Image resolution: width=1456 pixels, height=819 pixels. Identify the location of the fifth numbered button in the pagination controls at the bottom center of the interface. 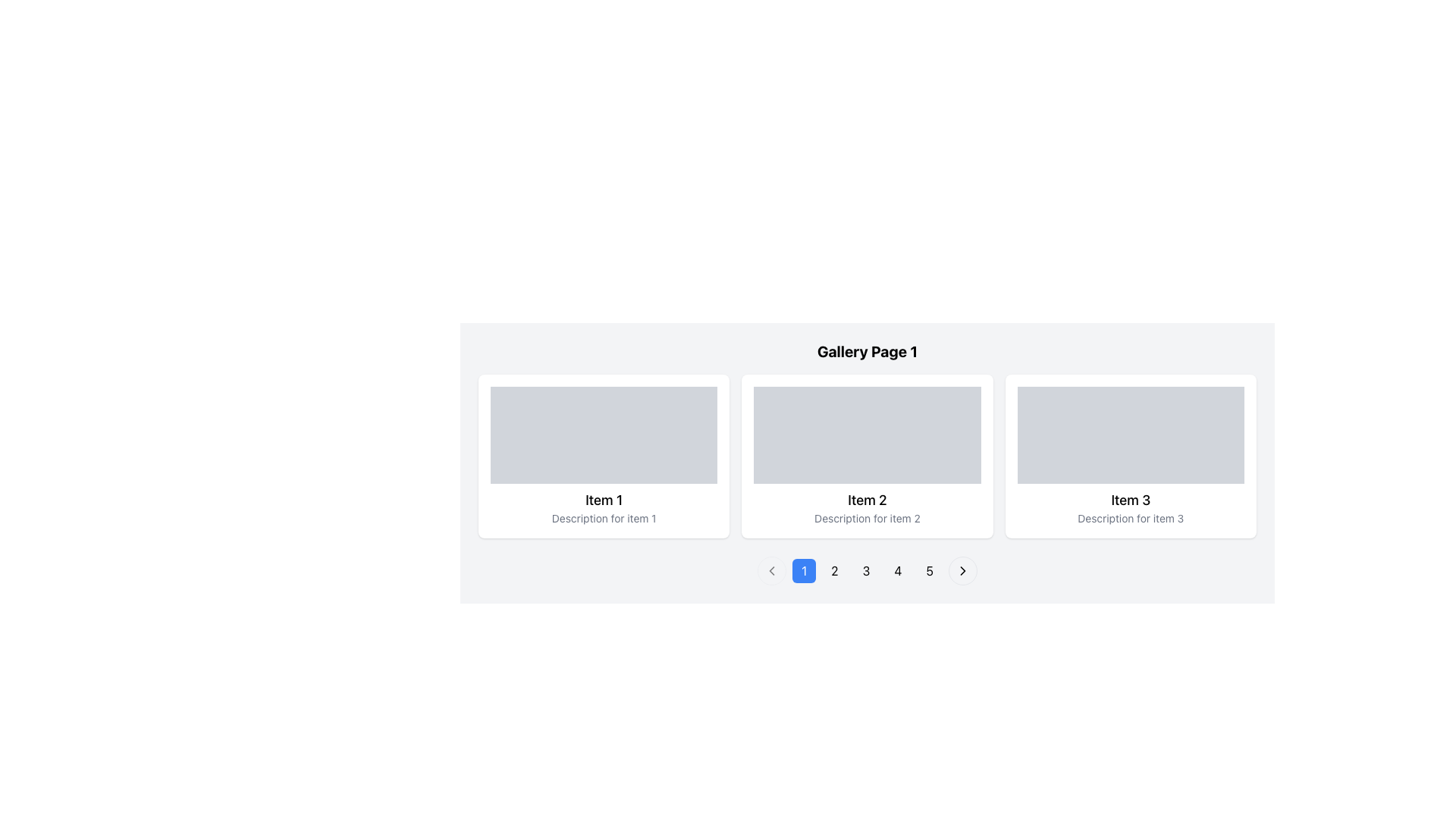
(929, 570).